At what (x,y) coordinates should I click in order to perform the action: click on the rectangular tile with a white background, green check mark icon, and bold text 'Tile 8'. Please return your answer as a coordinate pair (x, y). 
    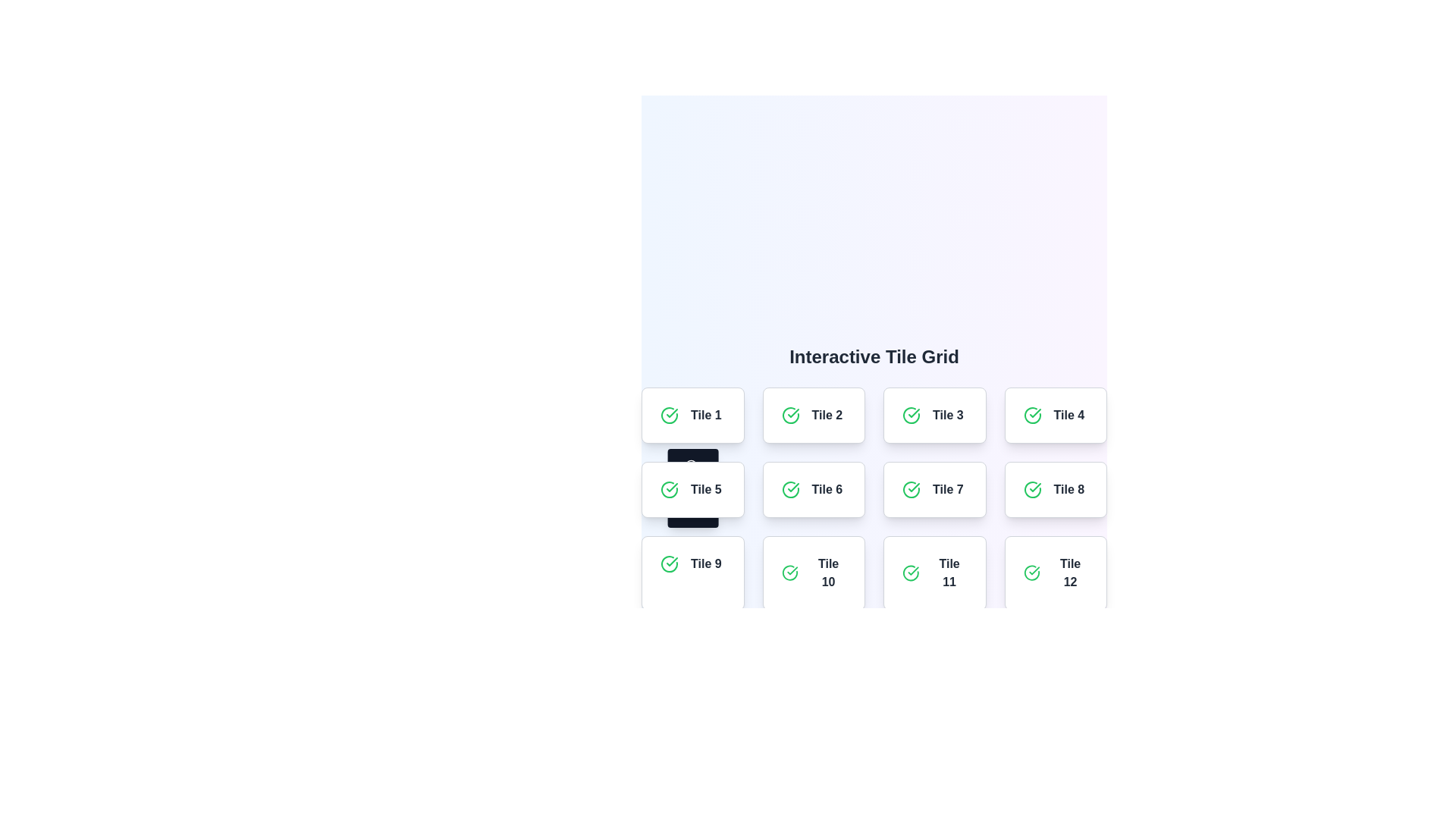
    Looking at the image, I should click on (1055, 489).